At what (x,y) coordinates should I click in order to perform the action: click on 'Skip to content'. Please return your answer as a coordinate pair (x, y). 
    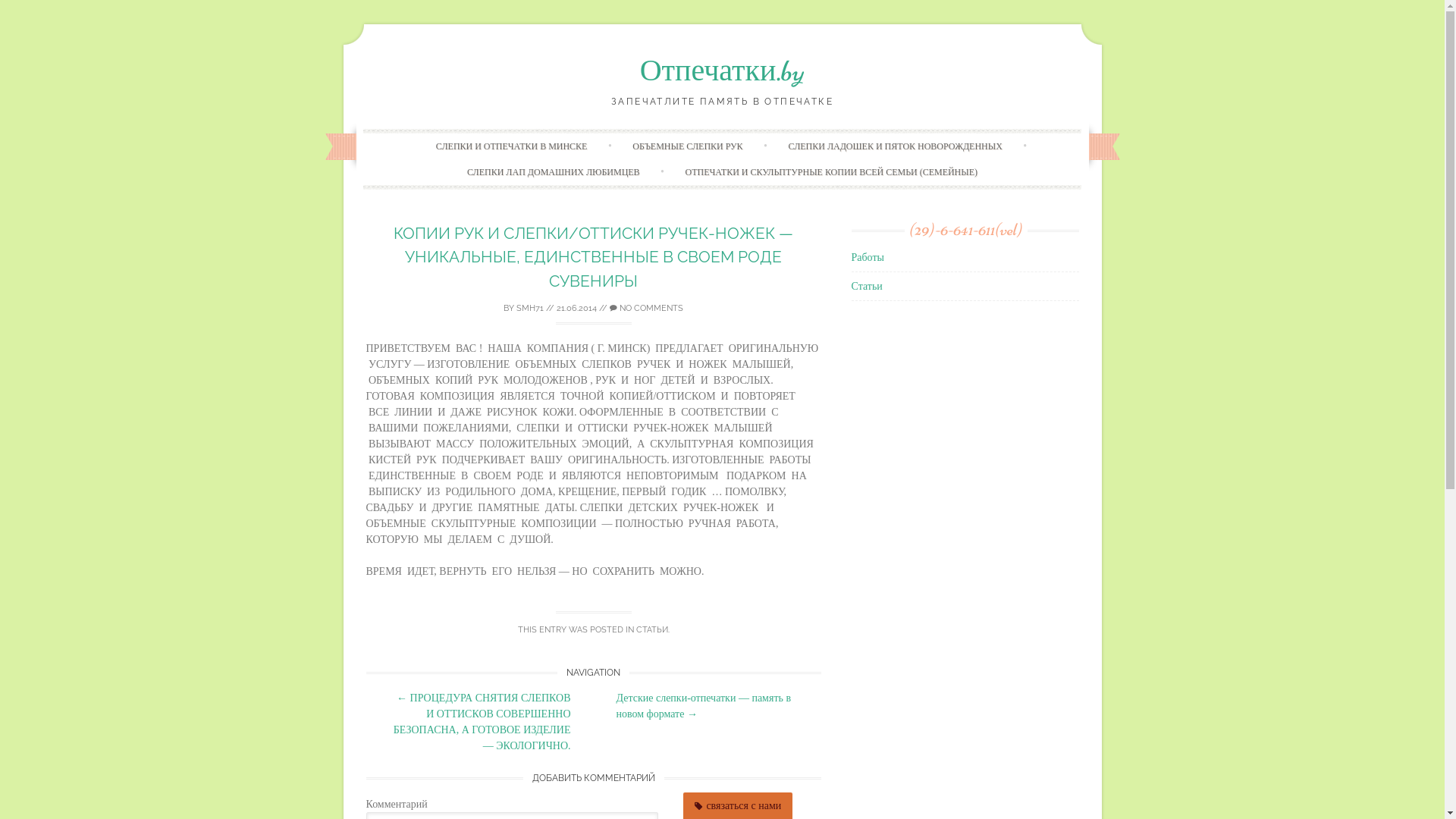
    Looking at the image, I should click on (754, 136).